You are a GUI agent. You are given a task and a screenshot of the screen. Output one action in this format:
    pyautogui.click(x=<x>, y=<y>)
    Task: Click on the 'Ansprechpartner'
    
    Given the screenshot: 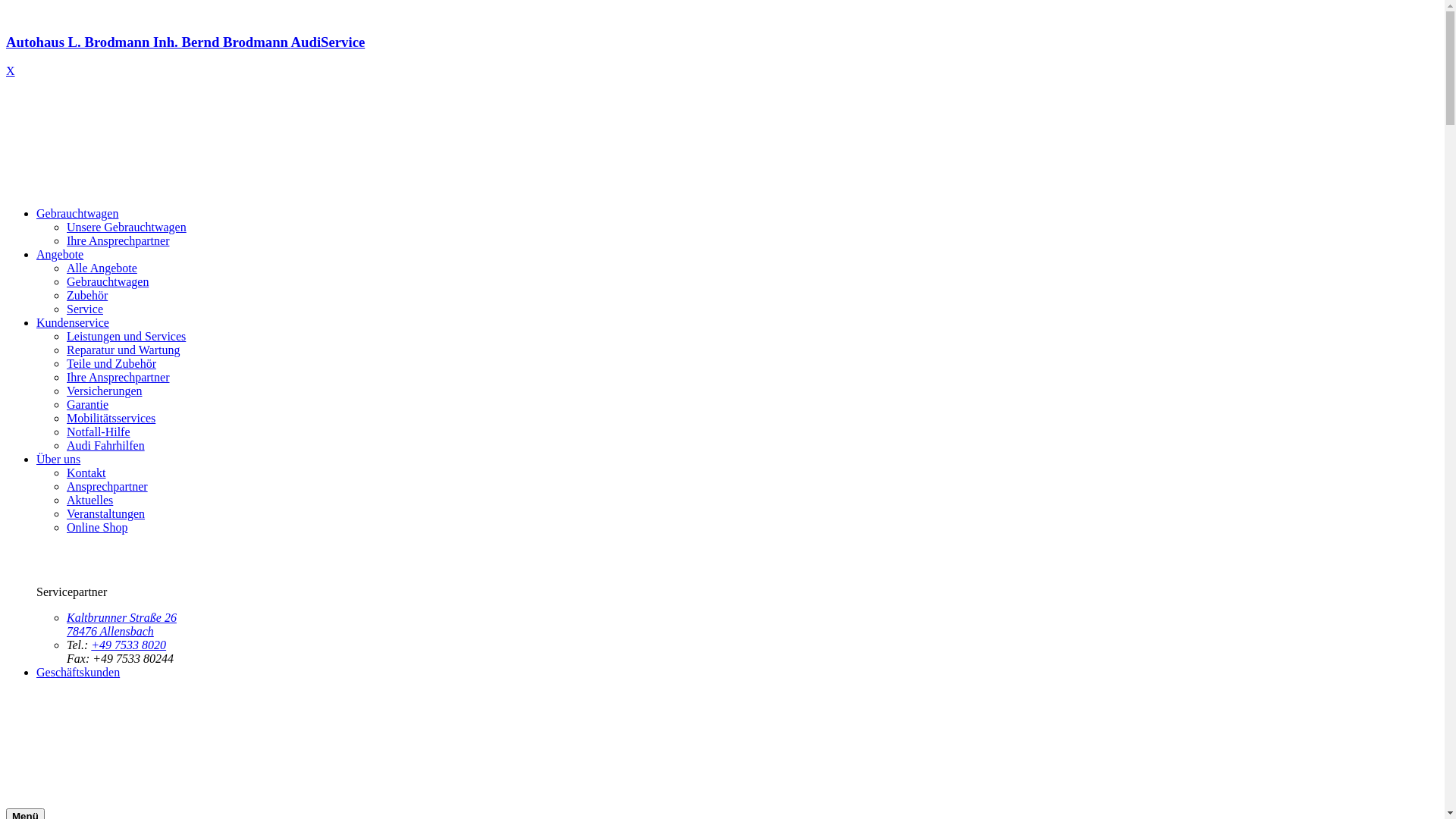 What is the action you would take?
    pyautogui.click(x=106, y=486)
    